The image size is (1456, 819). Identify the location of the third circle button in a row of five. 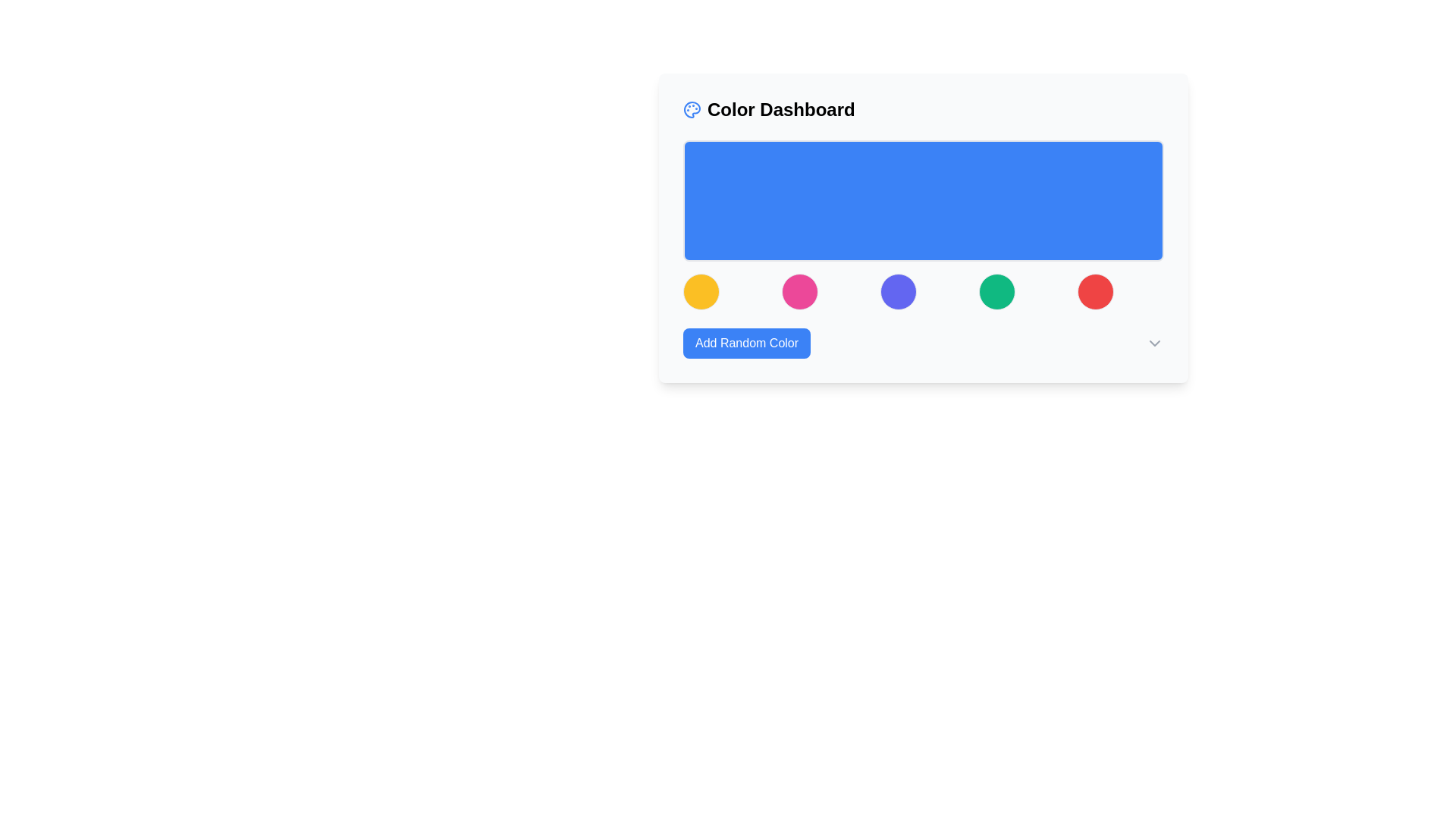
(899, 292).